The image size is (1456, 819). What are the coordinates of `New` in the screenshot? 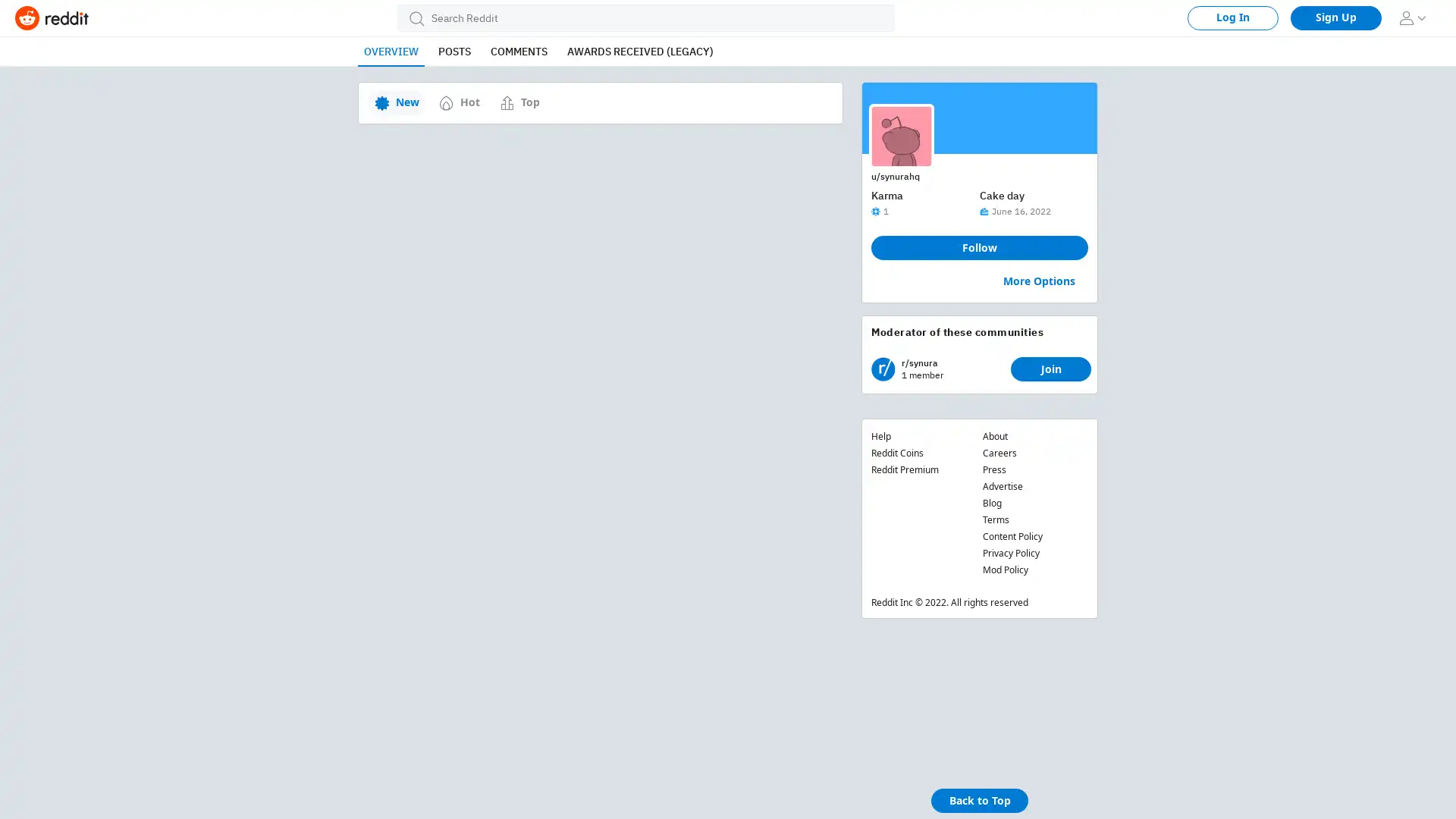 It's located at (397, 102).